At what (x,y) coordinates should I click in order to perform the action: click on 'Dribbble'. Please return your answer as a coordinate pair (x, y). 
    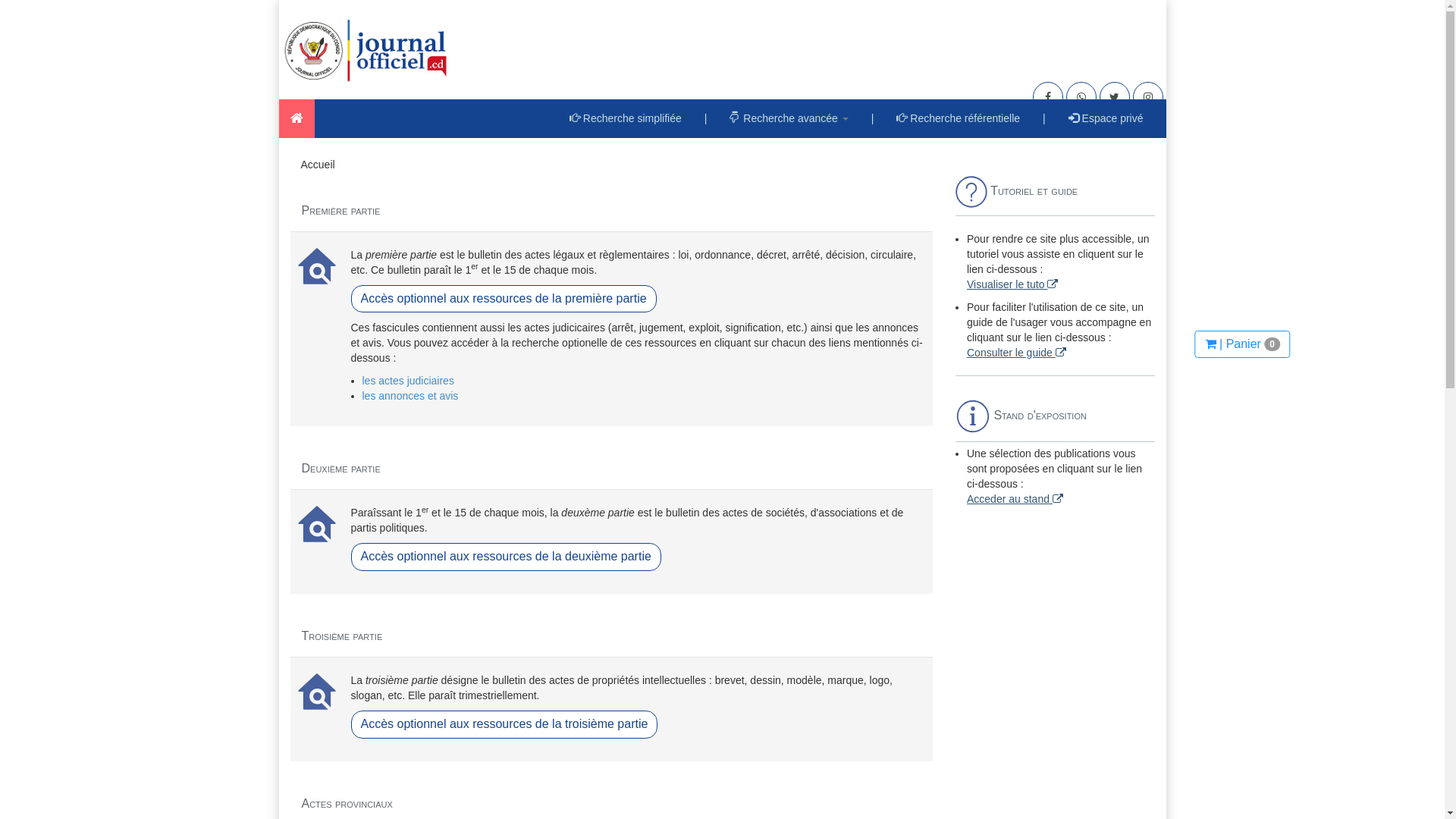
    Looking at the image, I should click on (1080, 96).